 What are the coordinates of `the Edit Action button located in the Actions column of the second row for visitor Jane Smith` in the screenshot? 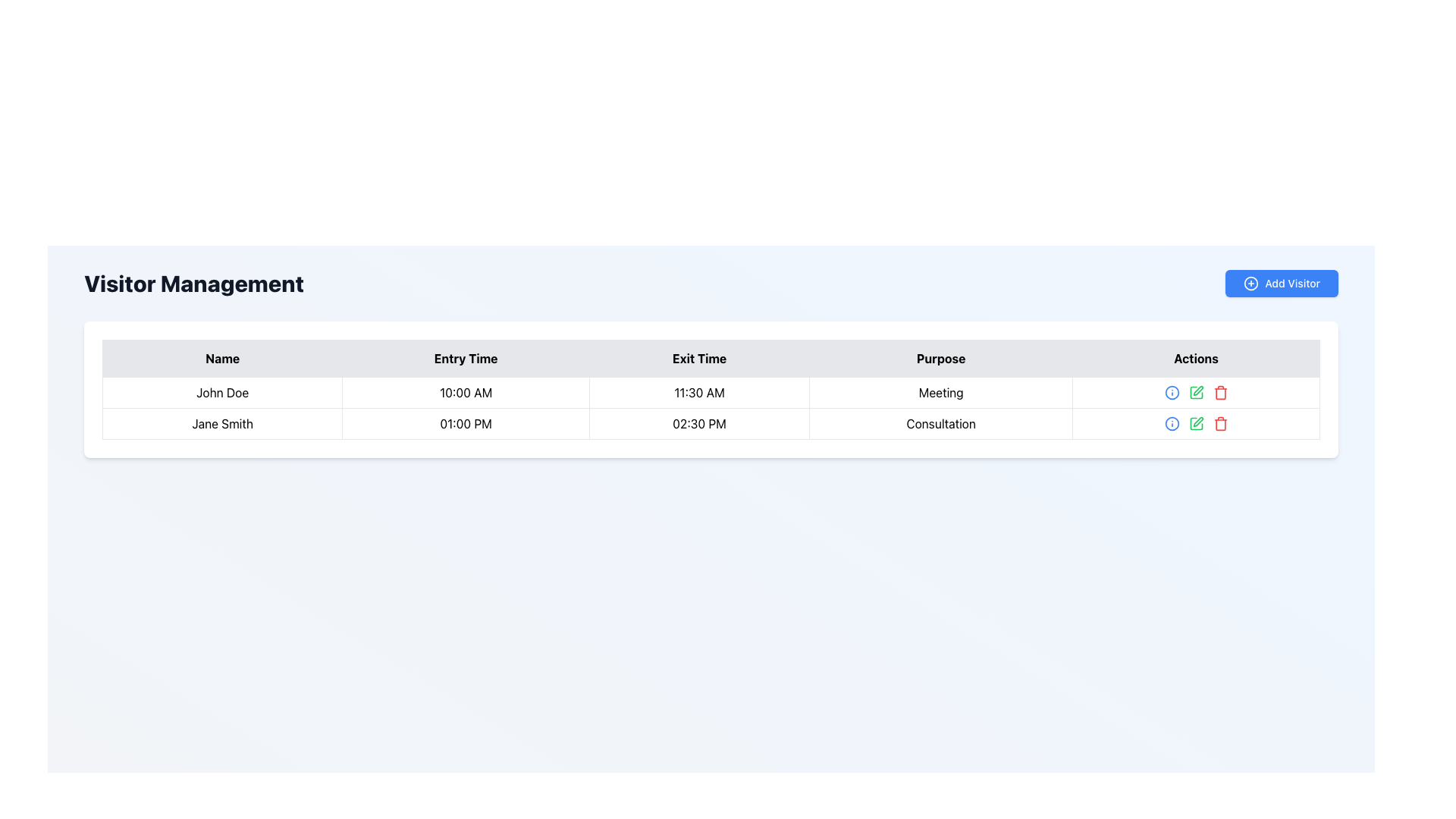 It's located at (1197, 422).